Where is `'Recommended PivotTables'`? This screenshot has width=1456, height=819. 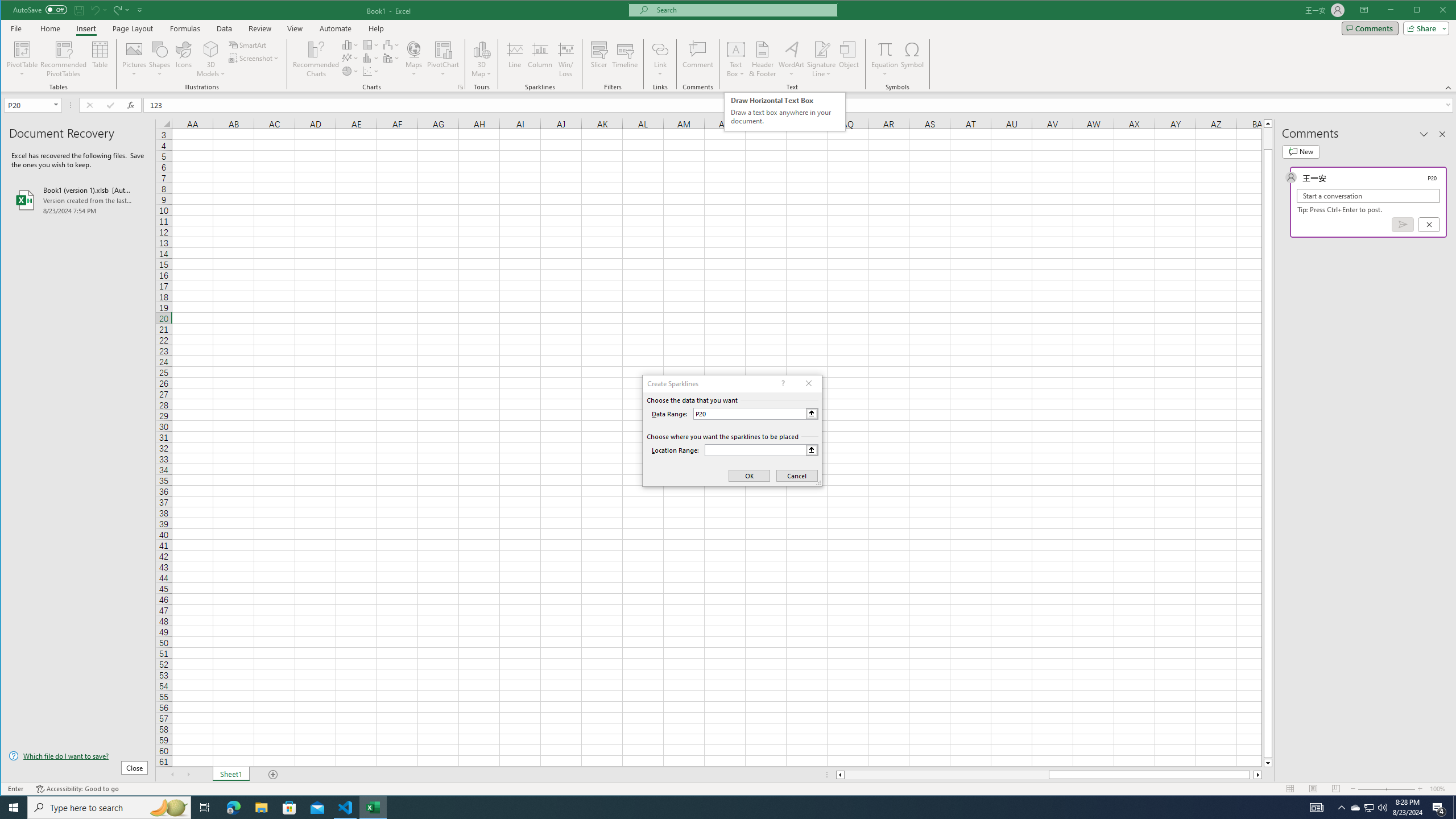 'Recommended PivotTables' is located at coordinates (63, 59).